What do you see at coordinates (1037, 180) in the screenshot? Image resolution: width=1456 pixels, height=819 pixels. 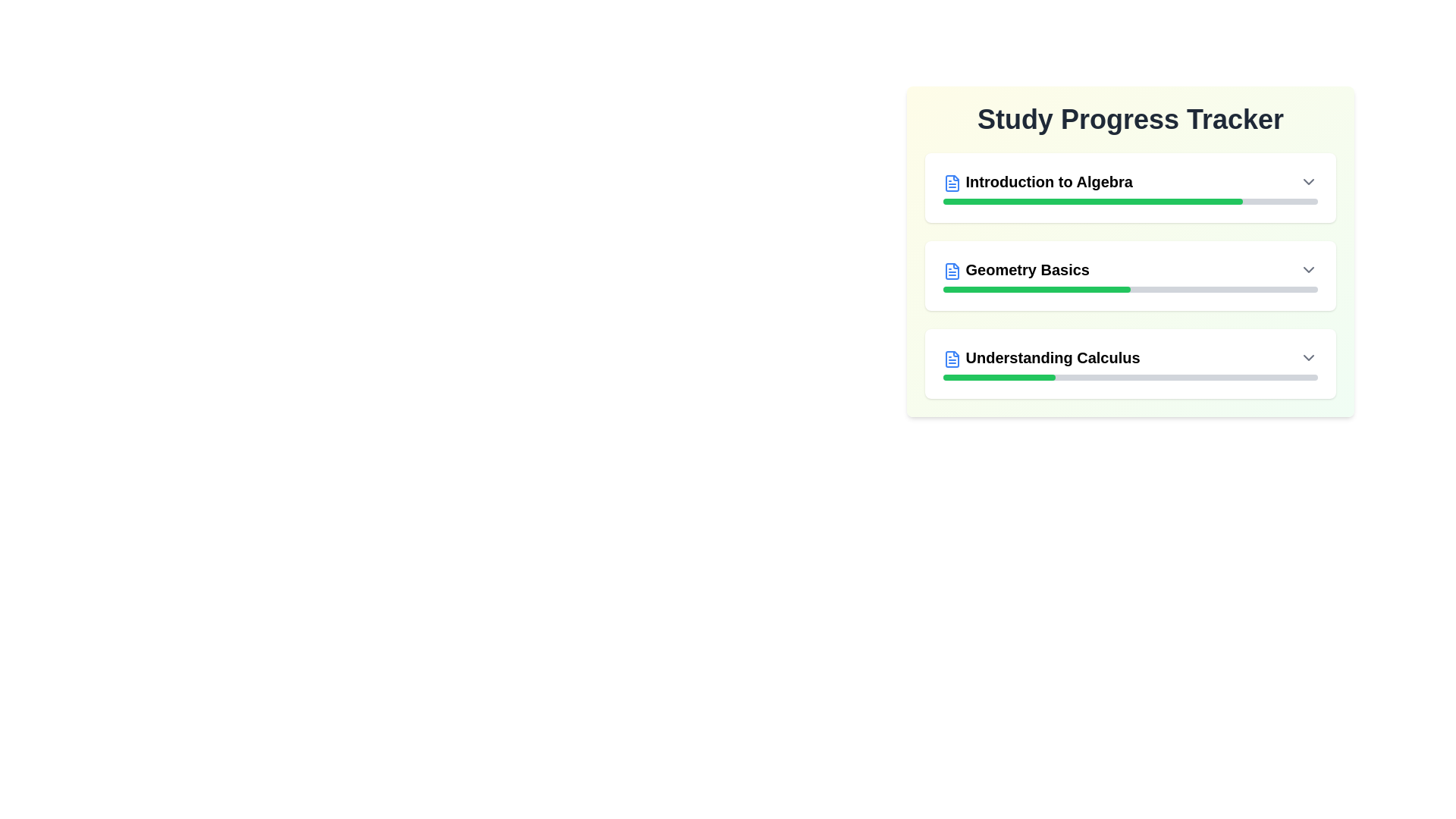 I see `text label identifying the module 'Introduction to Algebra' located at the topmost position in the vertical list of learning modules under the 'Study Progress Tracker' section` at bounding box center [1037, 180].